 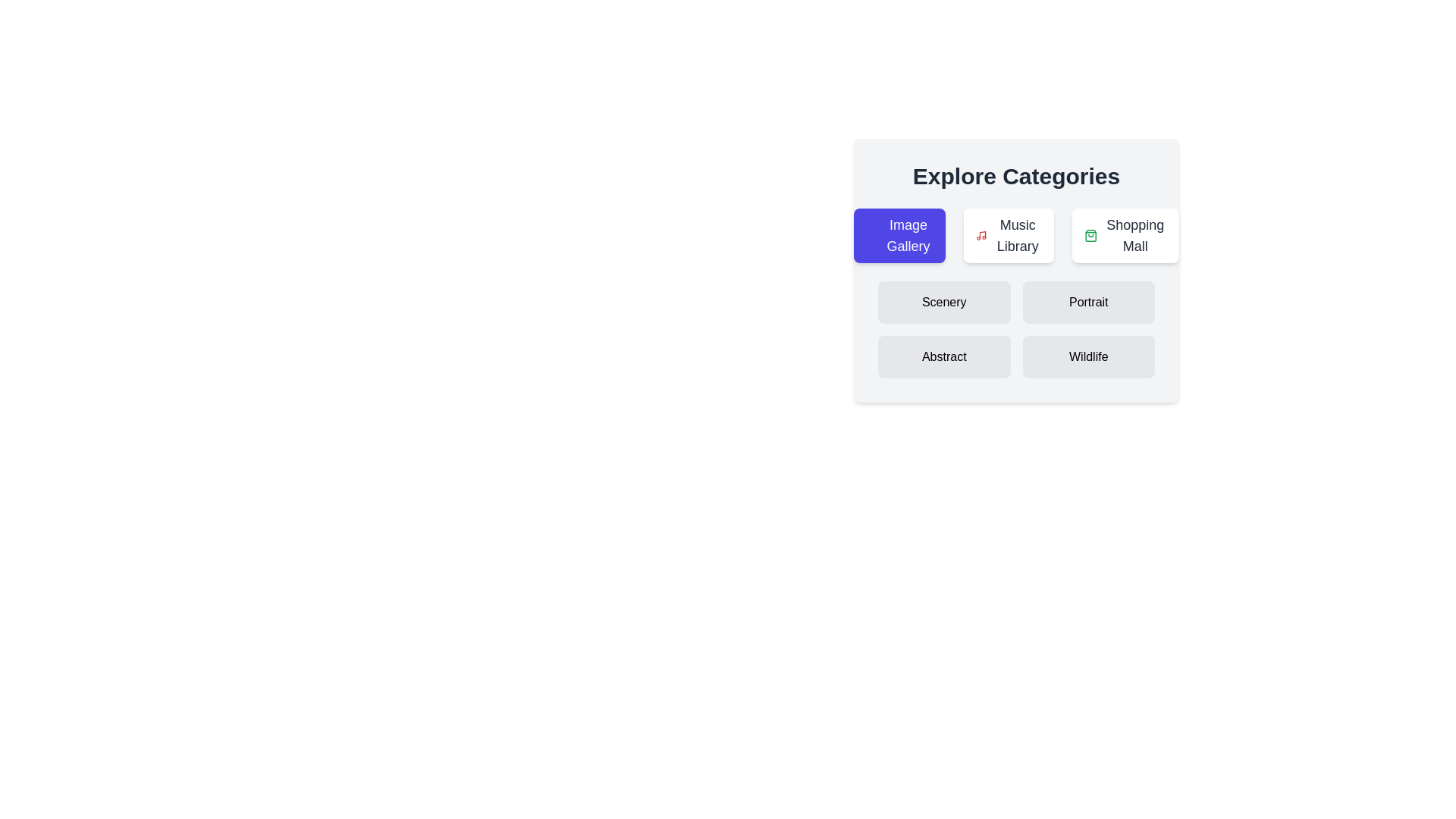 What do you see at coordinates (1016, 236) in the screenshot?
I see `the 'Music Library' button, which is the second button in a row beneath the 'Explore Categories' title` at bounding box center [1016, 236].